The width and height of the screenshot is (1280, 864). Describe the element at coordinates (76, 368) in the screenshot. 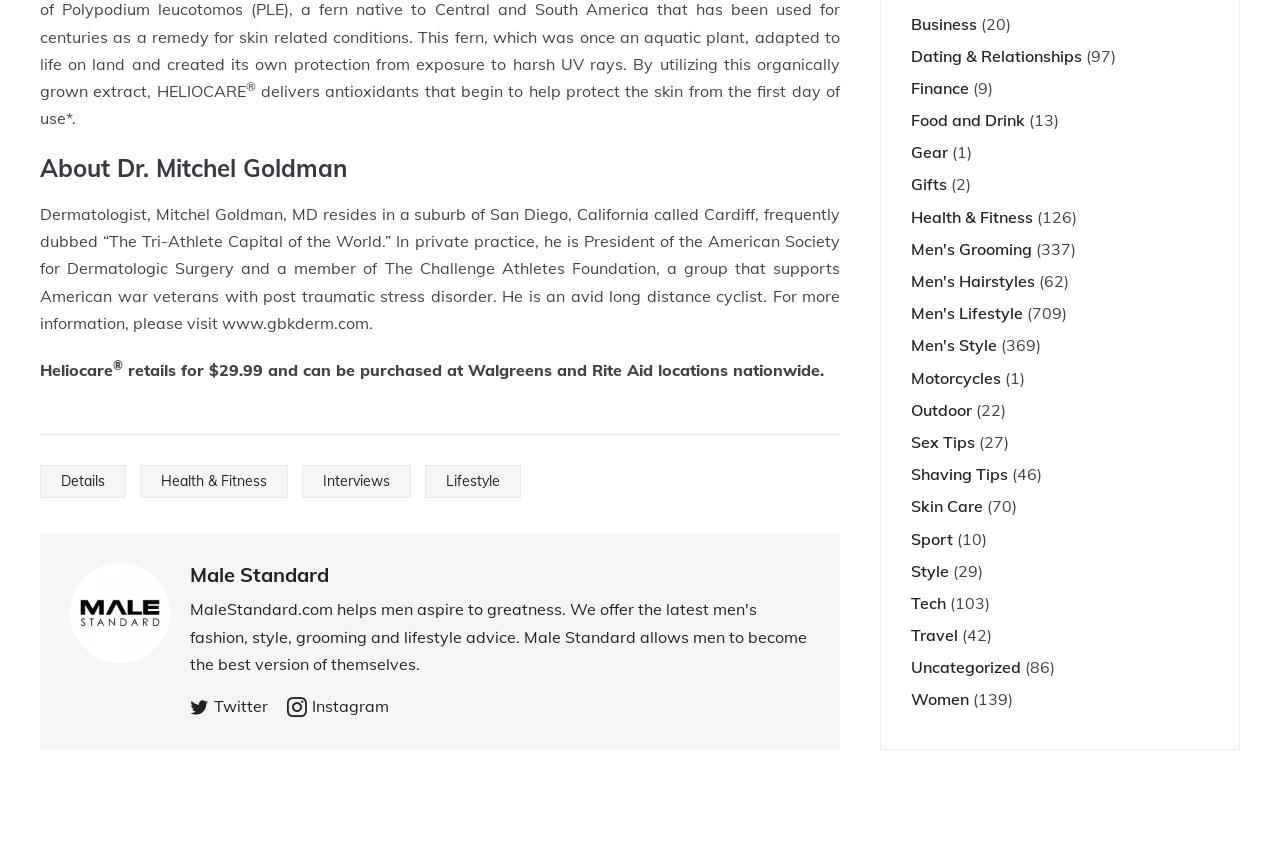

I see `'Heliocare'` at that location.